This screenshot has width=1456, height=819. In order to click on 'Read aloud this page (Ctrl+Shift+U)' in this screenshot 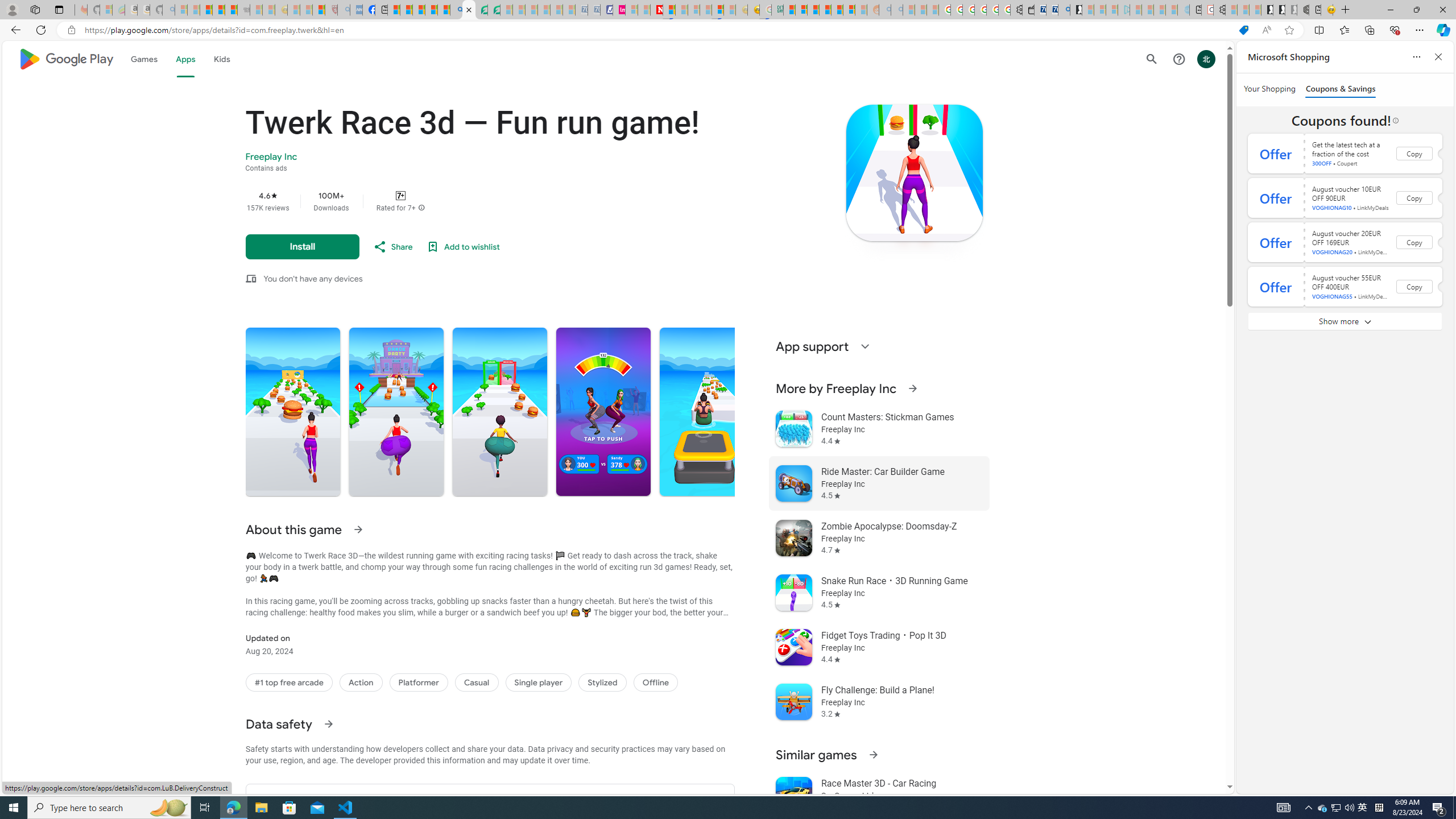, I will do `click(1266, 30)`.